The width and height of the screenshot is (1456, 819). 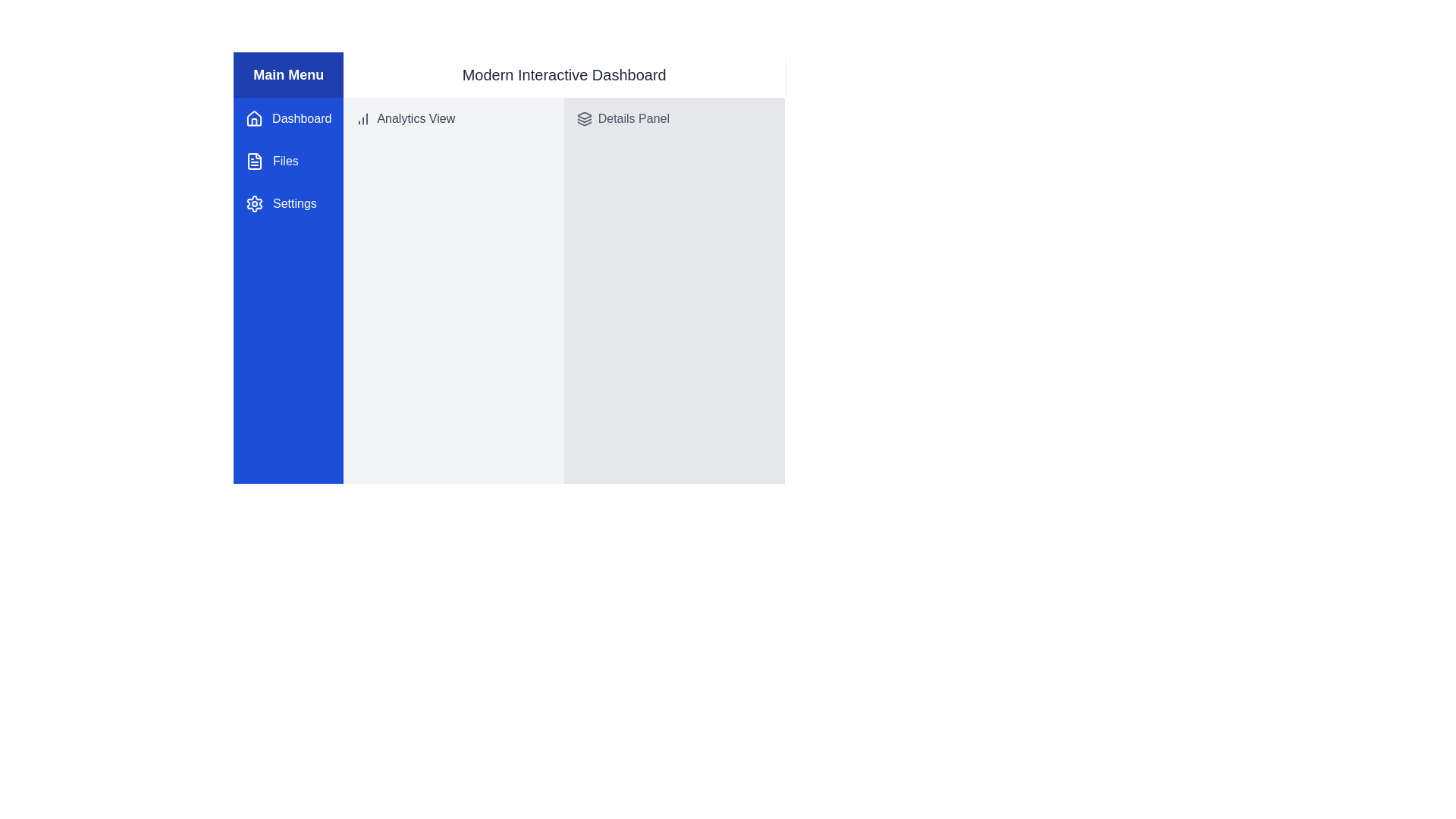 I want to click on the gear icon representing settings located to the left of the text label 'Settings' in the main menu on the left sidebar, so click(x=255, y=203).